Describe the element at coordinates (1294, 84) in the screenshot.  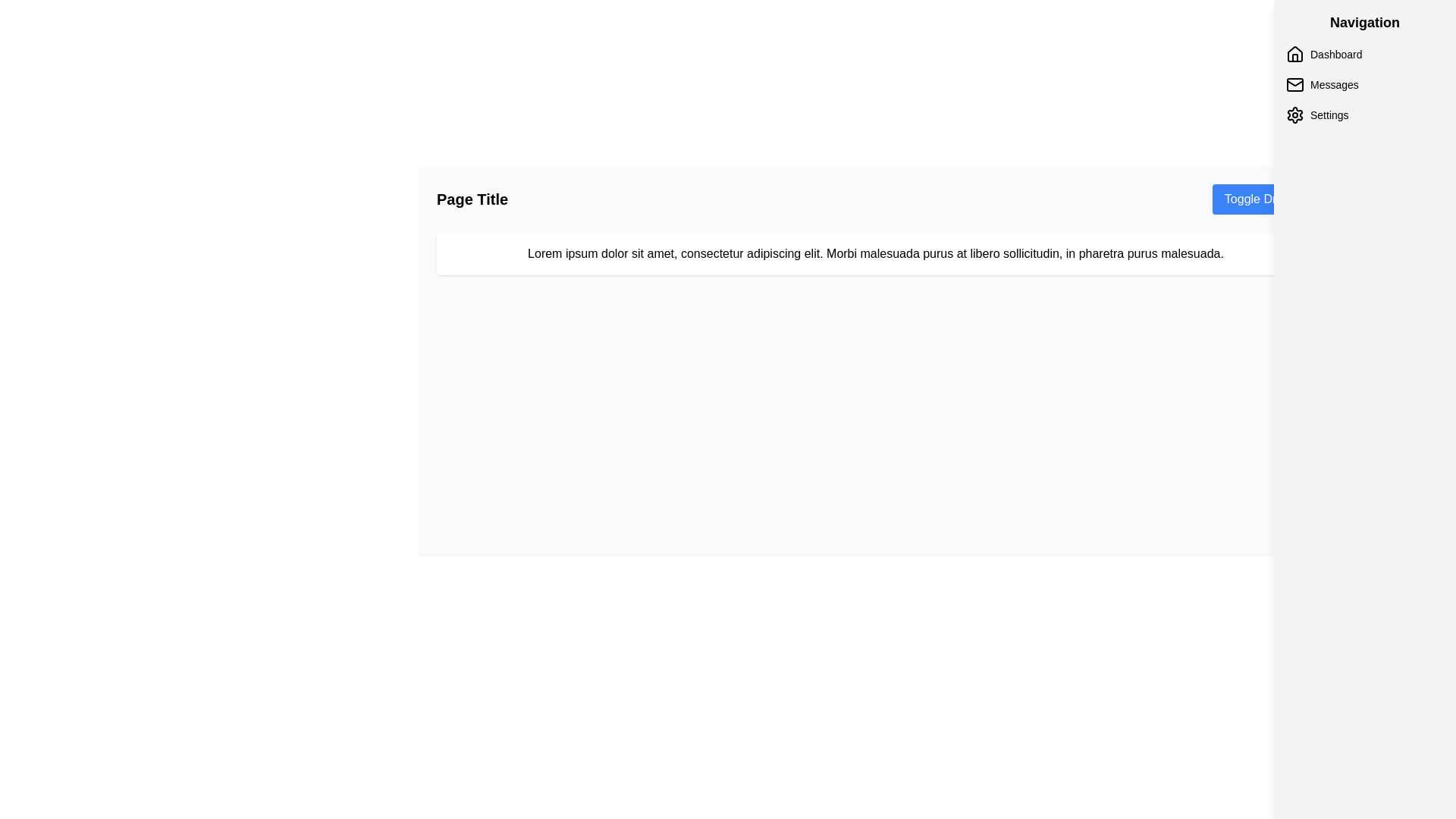
I see `the envelope-shaped vector graphic icon representing messages in the navigation menu, located between 'Dashboard' and 'Settings'` at that location.